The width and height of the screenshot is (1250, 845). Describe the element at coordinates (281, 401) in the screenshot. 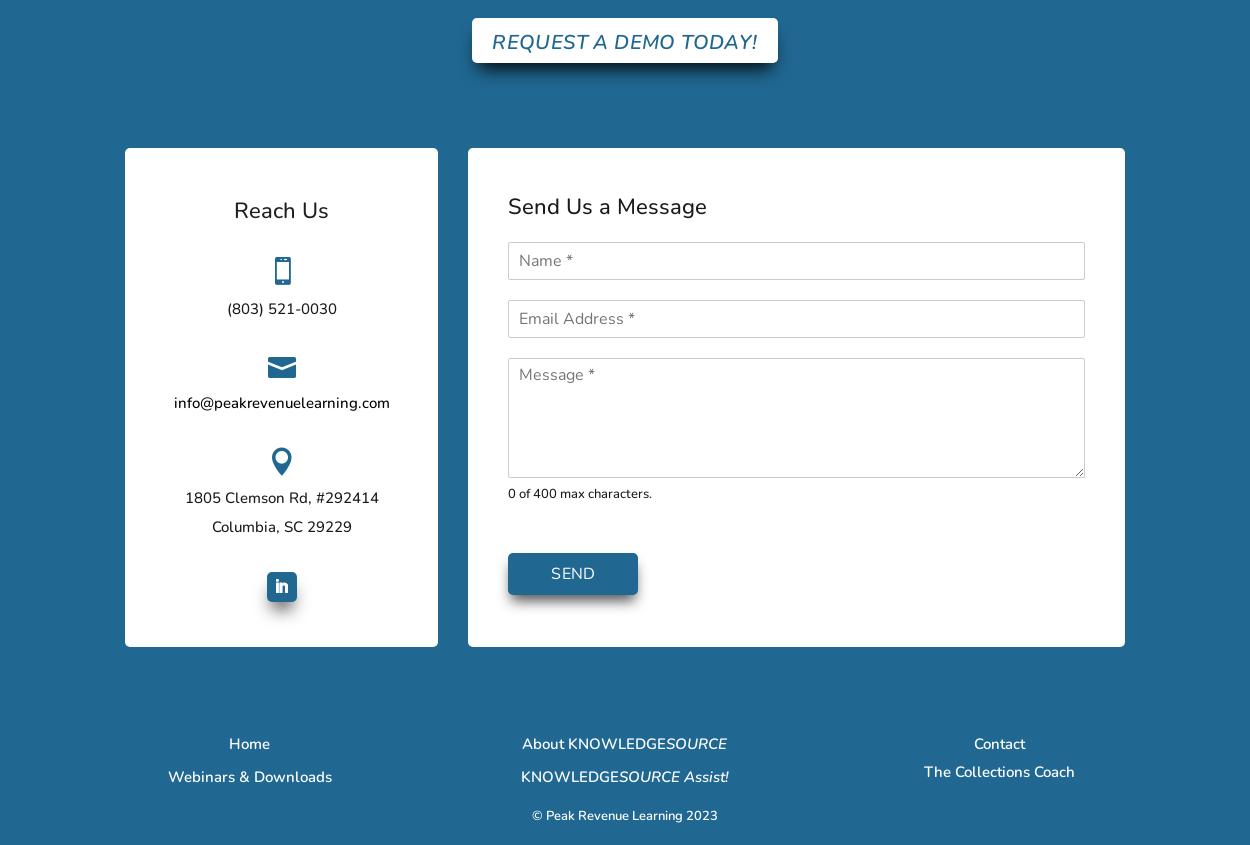

I see `'info@peakrevenuelearning.com'` at that location.